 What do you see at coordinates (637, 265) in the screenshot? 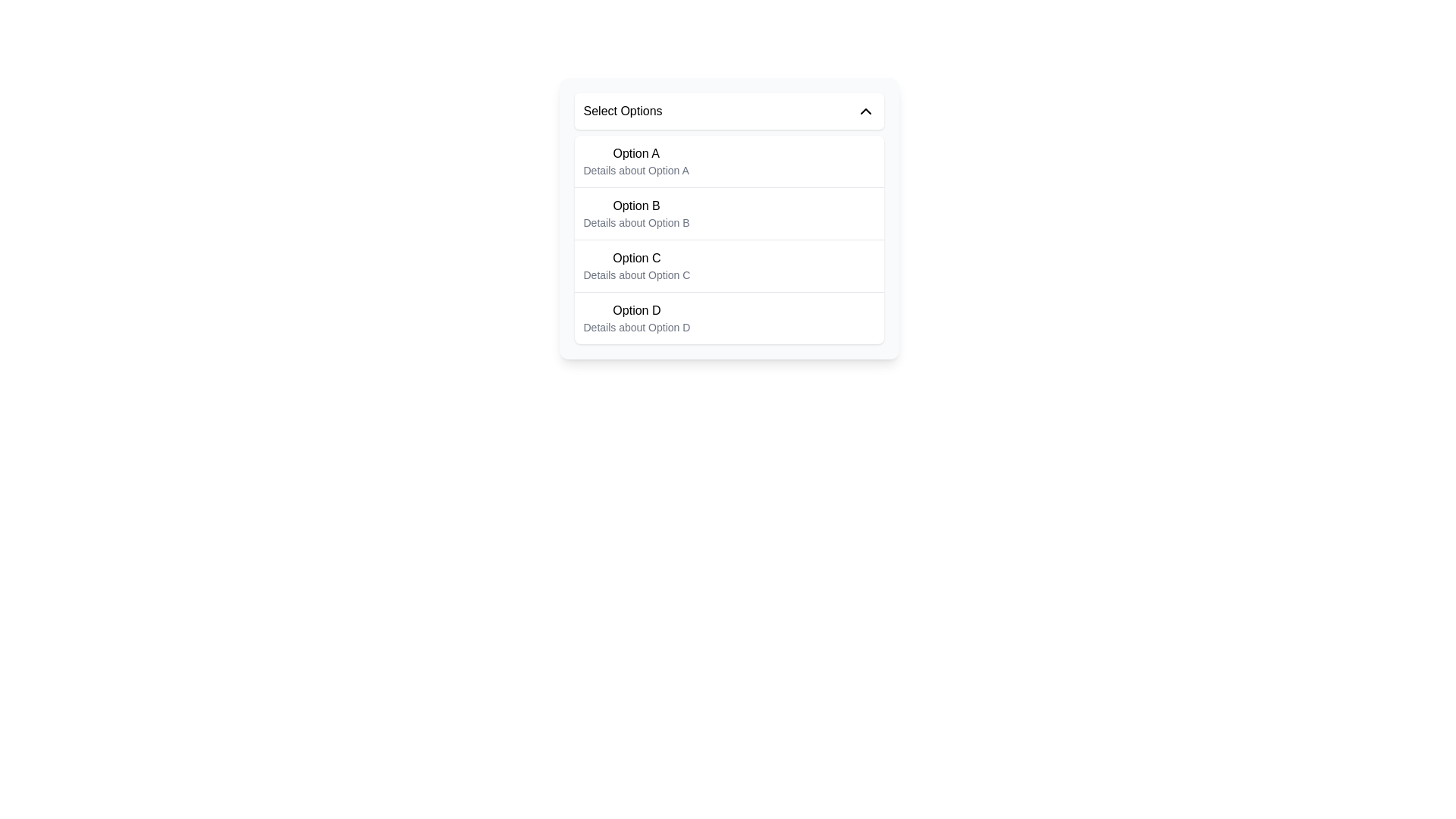
I see `the Dropdown option item for 'Option C'` at bounding box center [637, 265].